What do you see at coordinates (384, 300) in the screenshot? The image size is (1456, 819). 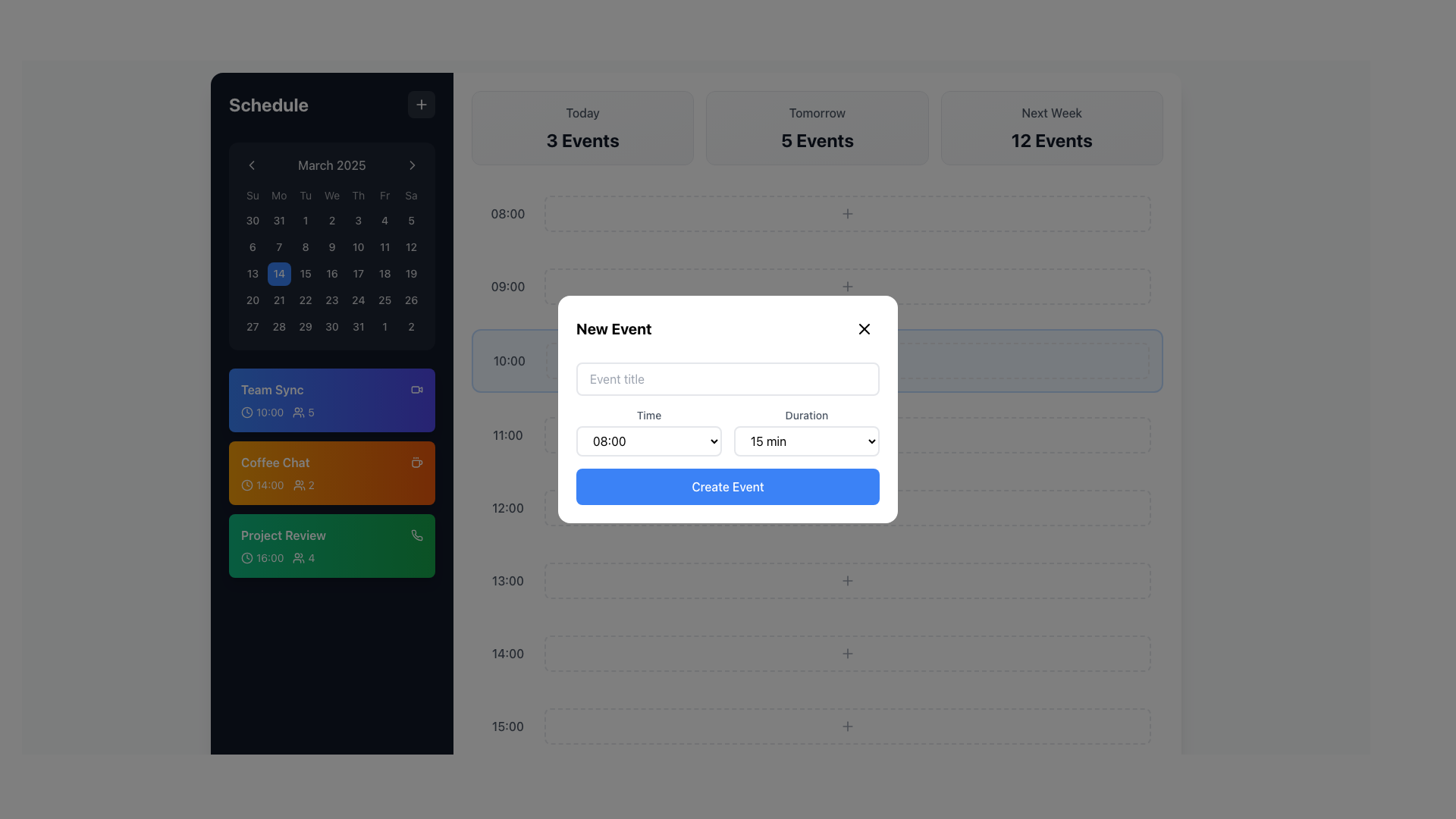 I see `the square button labeled '25' with a gray background and rounded corners, located in the fifth column of the fourth row in the calendar grid under 'March 2025'` at bounding box center [384, 300].